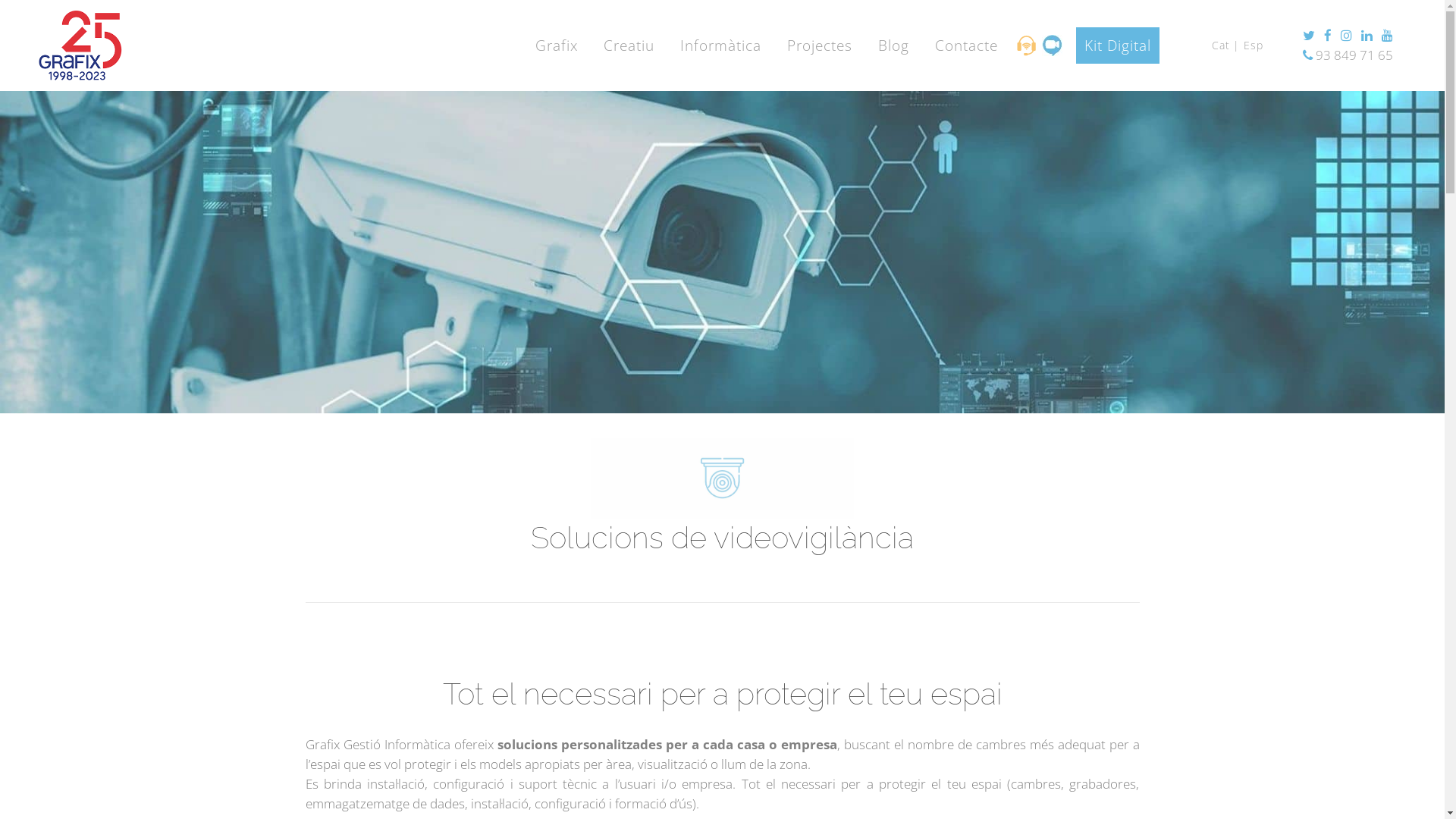 Image resolution: width=1456 pixels, height=819 pixels. I want to click on 'Creatiu', so click(629, 45).